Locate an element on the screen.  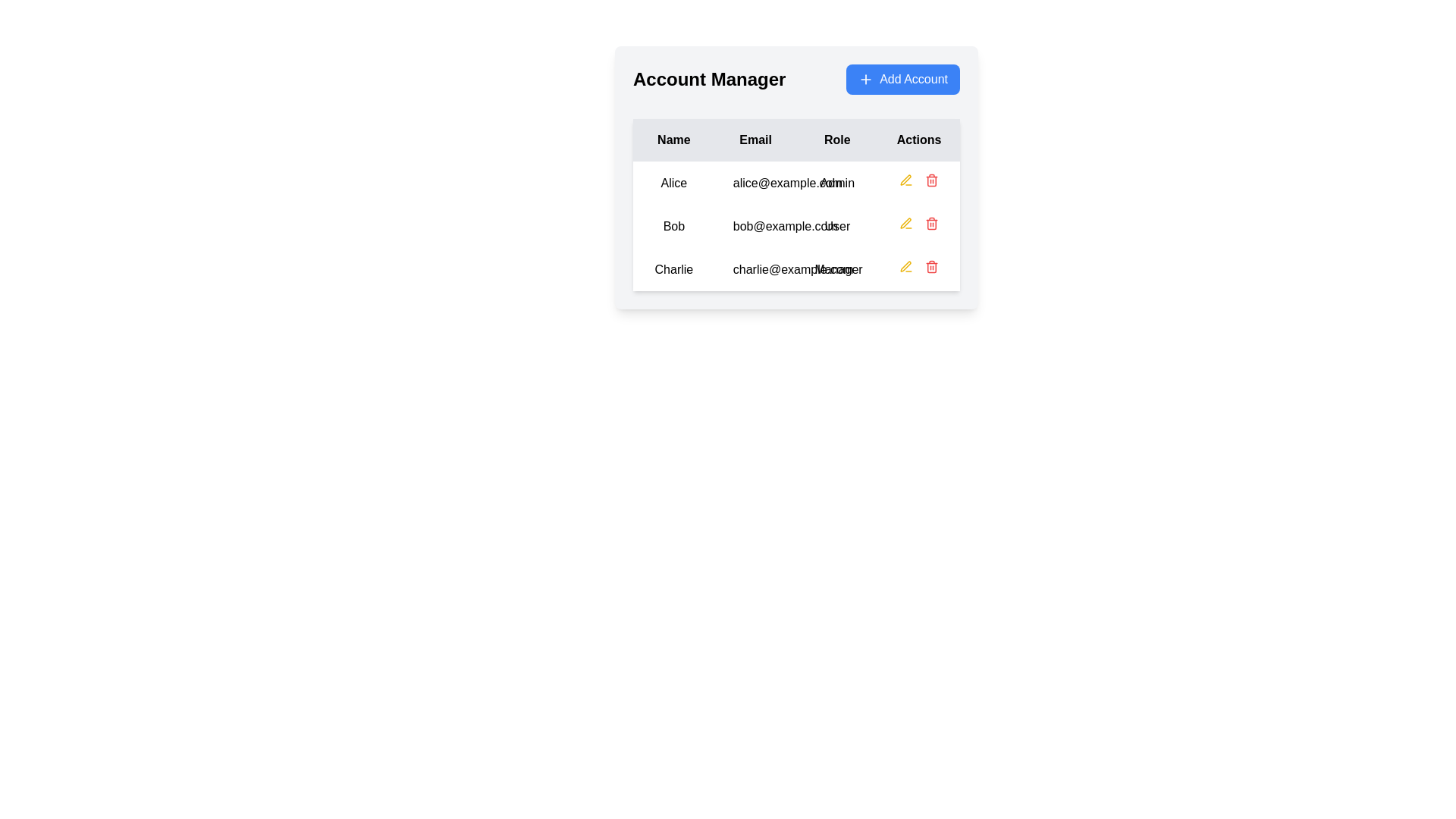
the column headers of the 'Account Manager' data table to sort the table is located at coordinates (795, 177).